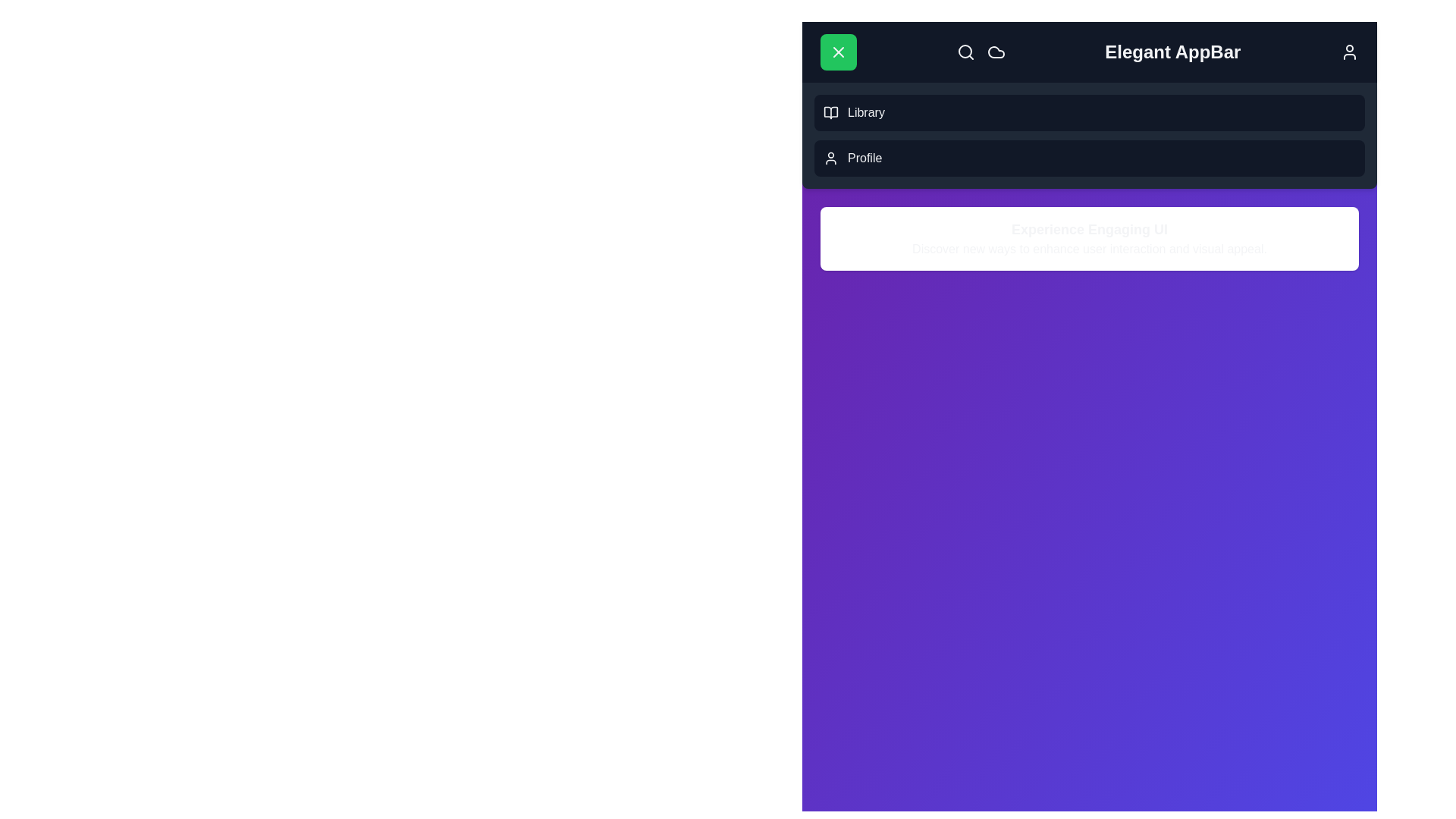  Describe the element at coordinates (864, 158) in the screenshot. I see `the 'Profile' option in the menu` at that location.